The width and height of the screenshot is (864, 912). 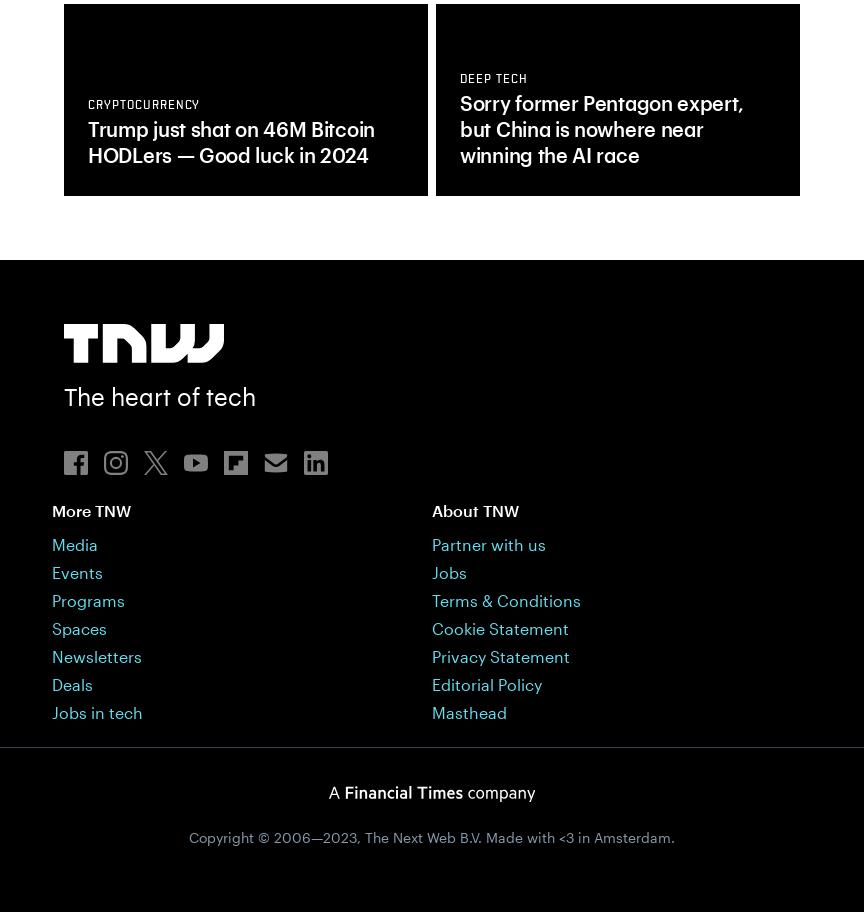 What do you see at coordinates (143, 105) in the screenshot?
I see `'cryptocurrency'` at bounding box center [143, 105].